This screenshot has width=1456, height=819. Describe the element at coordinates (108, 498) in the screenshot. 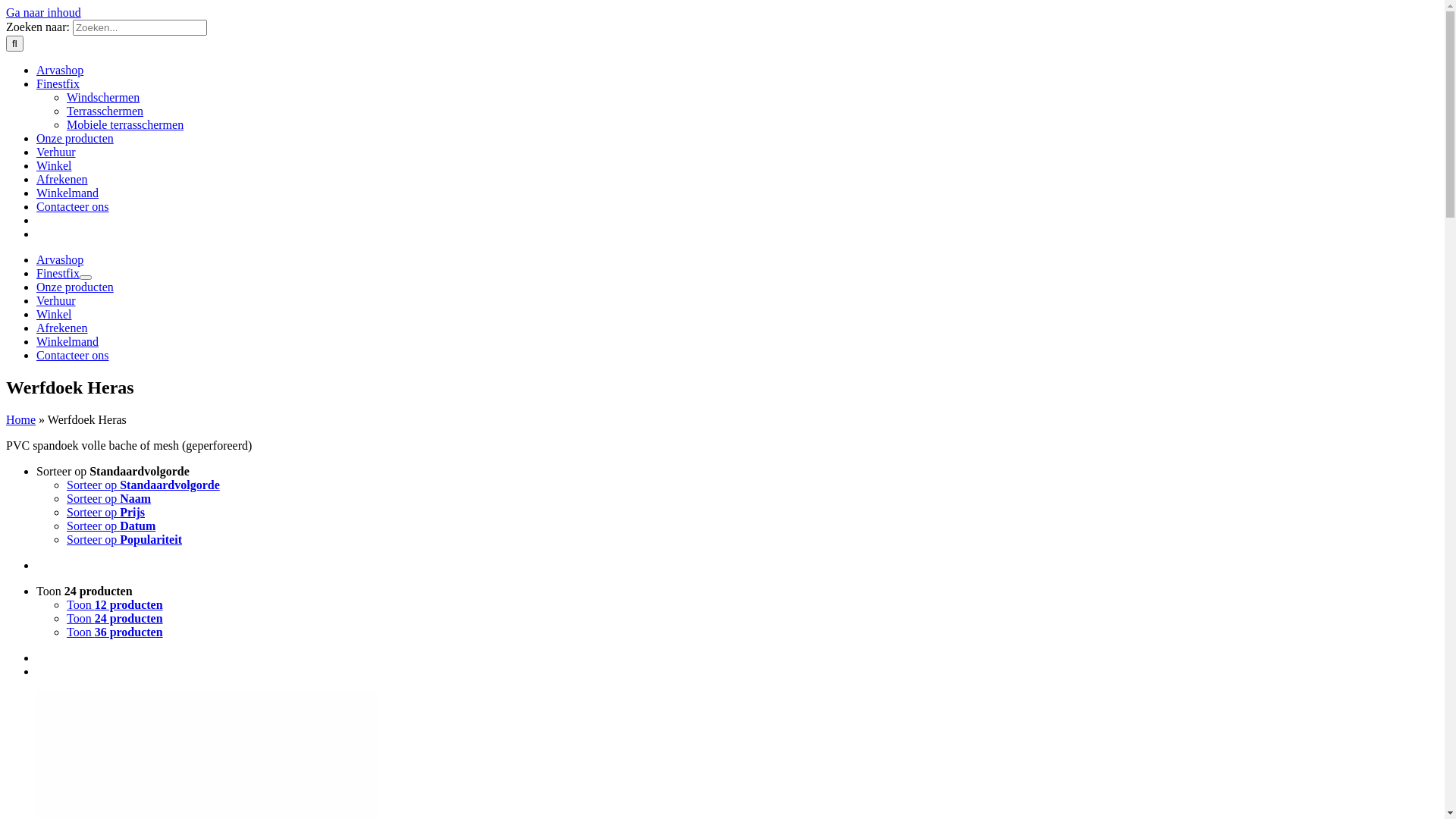

I see `'Sorteer op Naam'` at that location.